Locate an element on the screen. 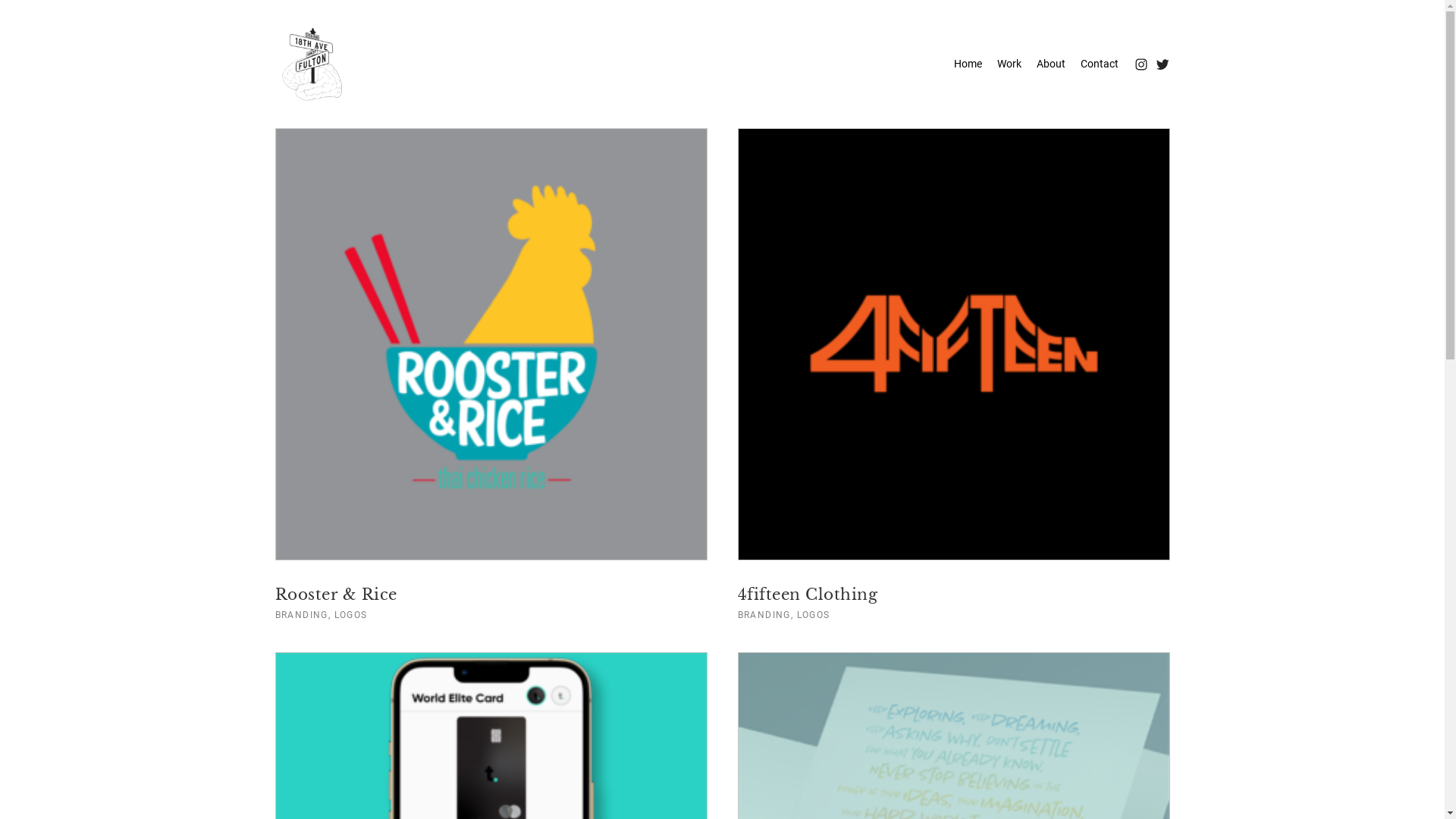  'BRANDING' is located at coordinates (301, 614).